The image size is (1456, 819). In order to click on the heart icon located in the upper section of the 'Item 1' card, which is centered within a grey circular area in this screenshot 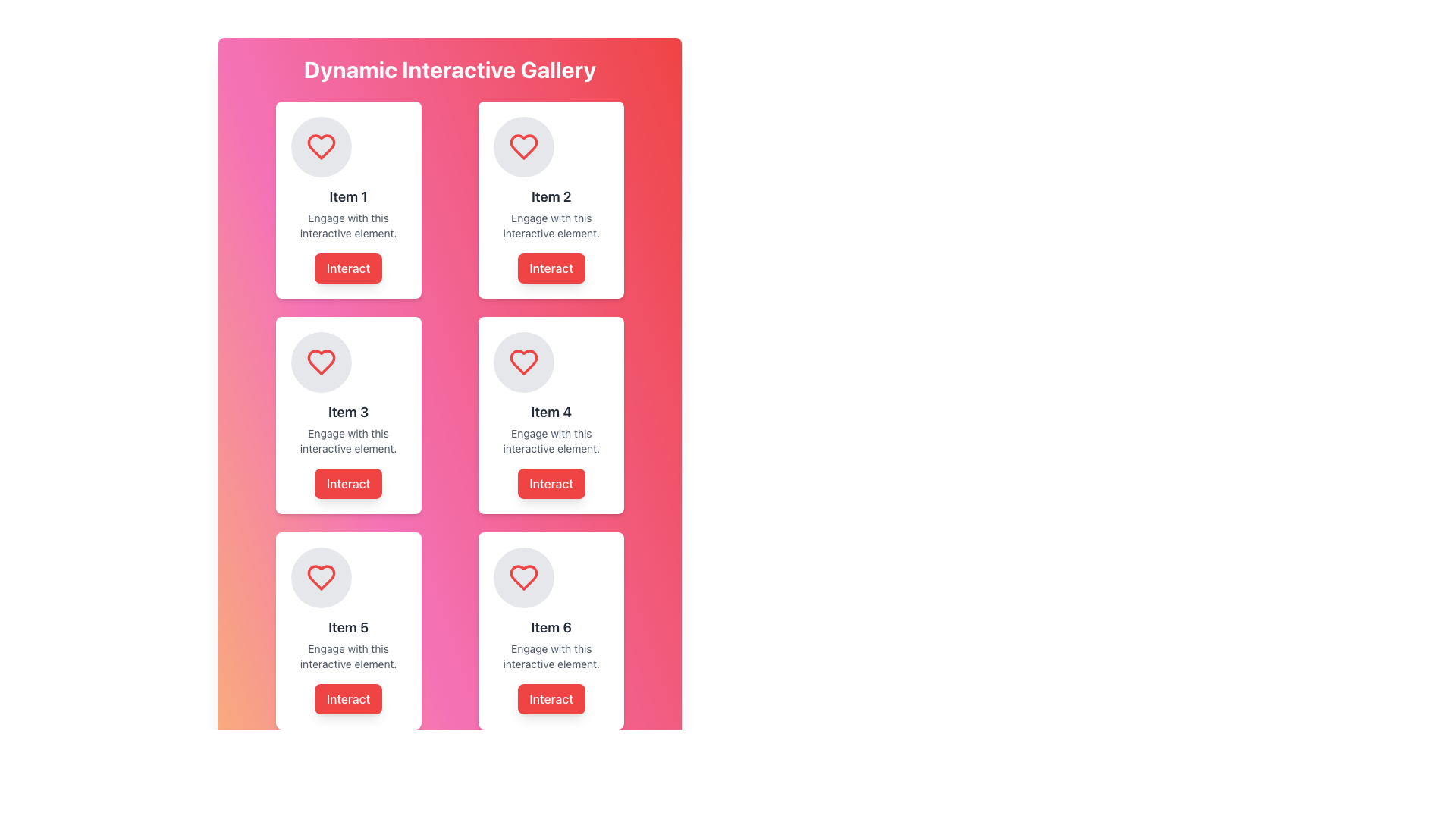, I will do `click(320, 146)`.